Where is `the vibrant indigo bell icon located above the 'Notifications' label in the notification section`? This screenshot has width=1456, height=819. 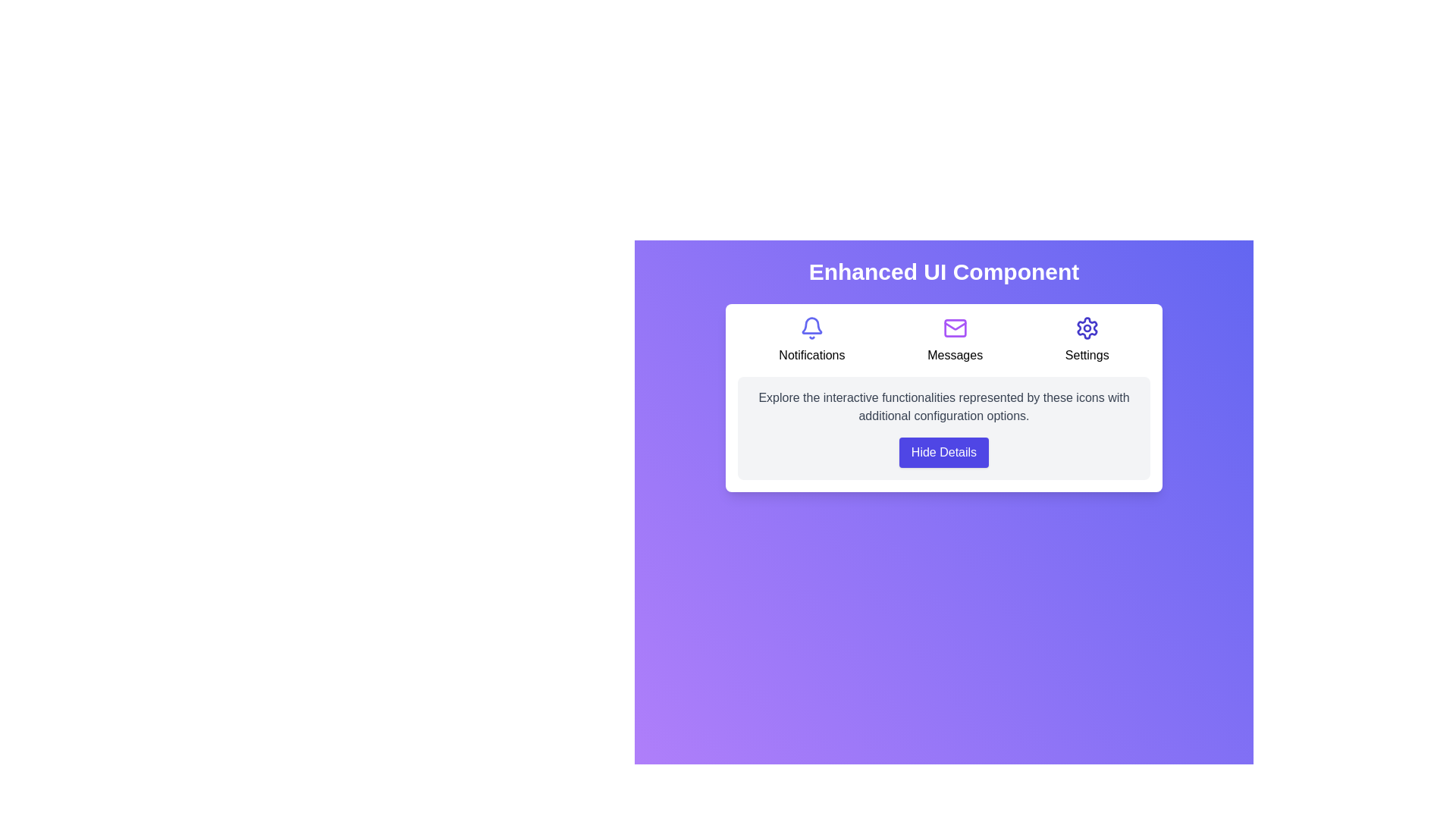 the vibrant indigo bell icon located above the 'Notifications' label in the notification section is located at coordinates (811, 327).